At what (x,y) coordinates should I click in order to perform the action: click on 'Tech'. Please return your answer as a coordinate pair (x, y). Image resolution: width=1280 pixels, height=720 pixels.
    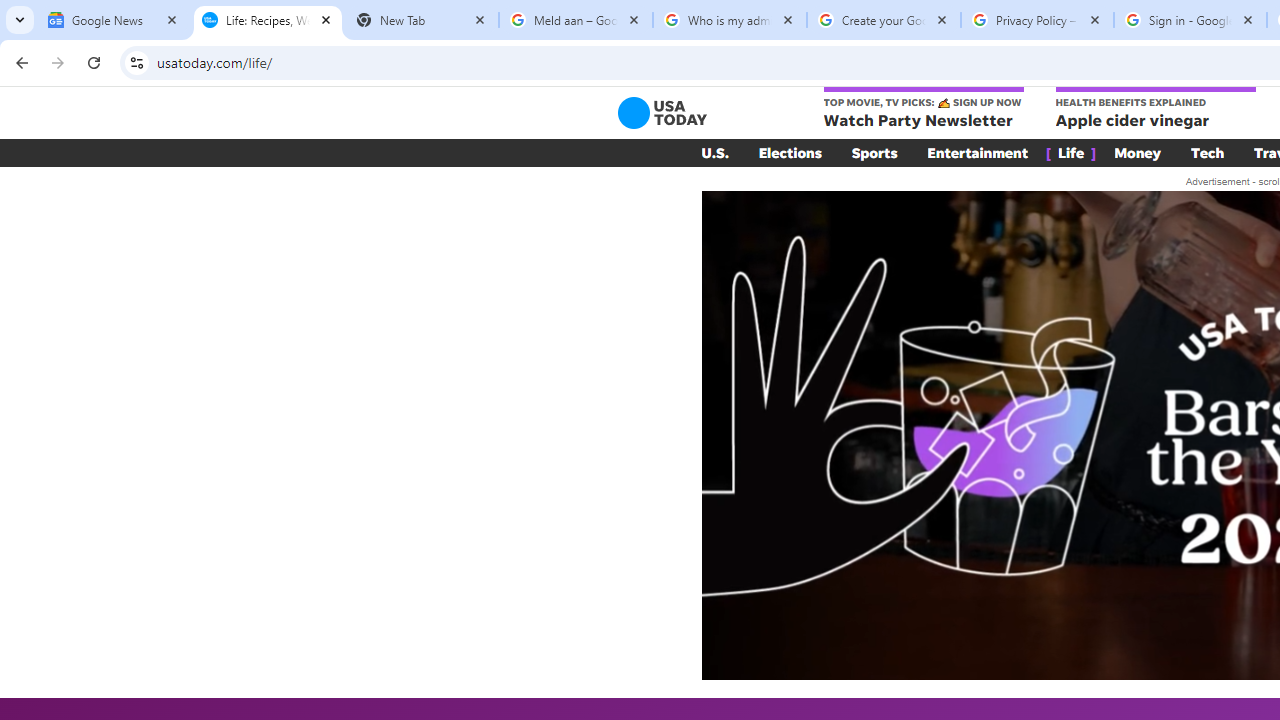
    Looking at the image, I should click on (1206, 152).